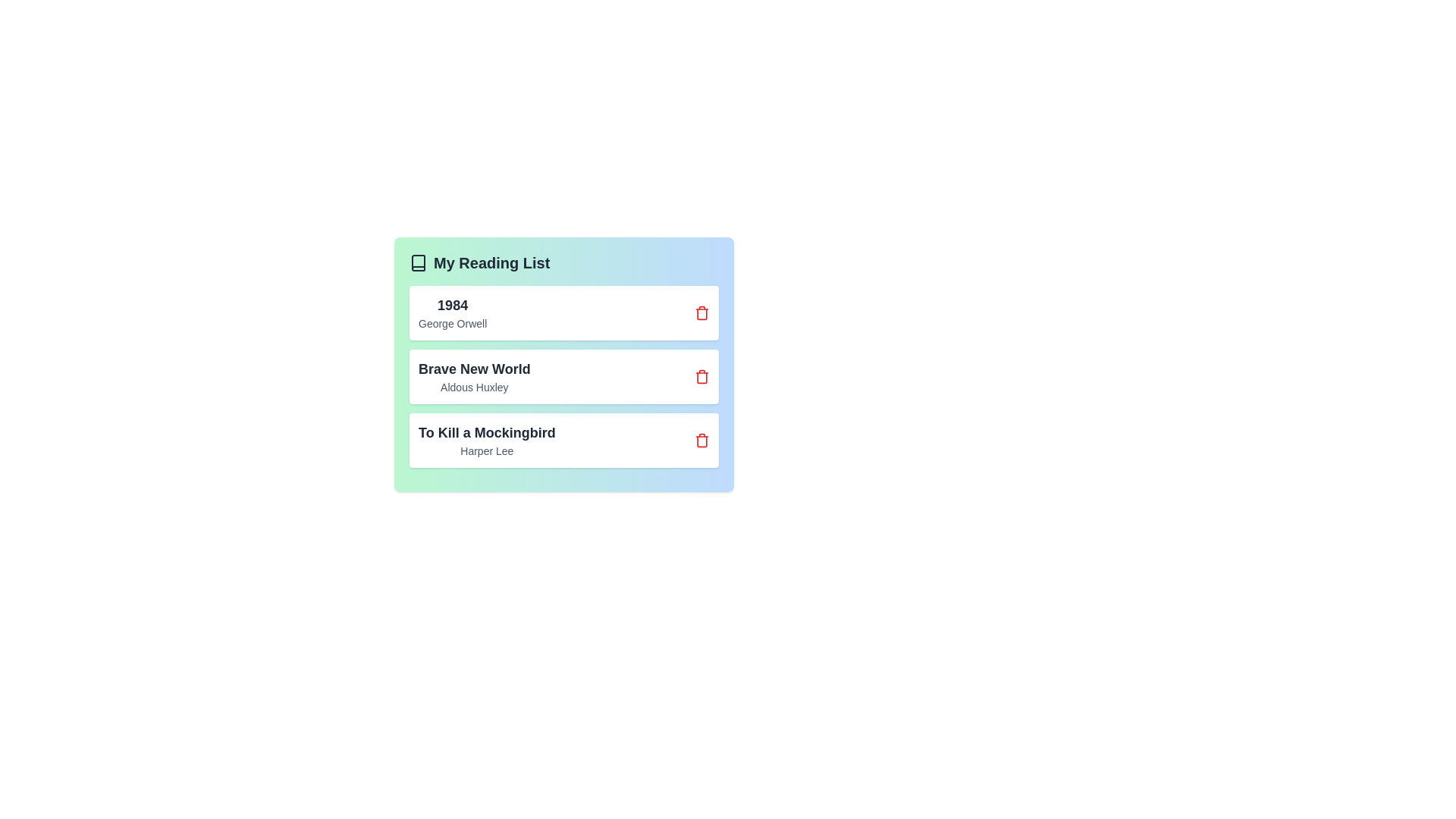 Image resolution: width=1456 pixels, height=819 pixels. I want to click on the trash icon next to the book titled 'Brave New World' to remove it from the list, so click(701, 376).